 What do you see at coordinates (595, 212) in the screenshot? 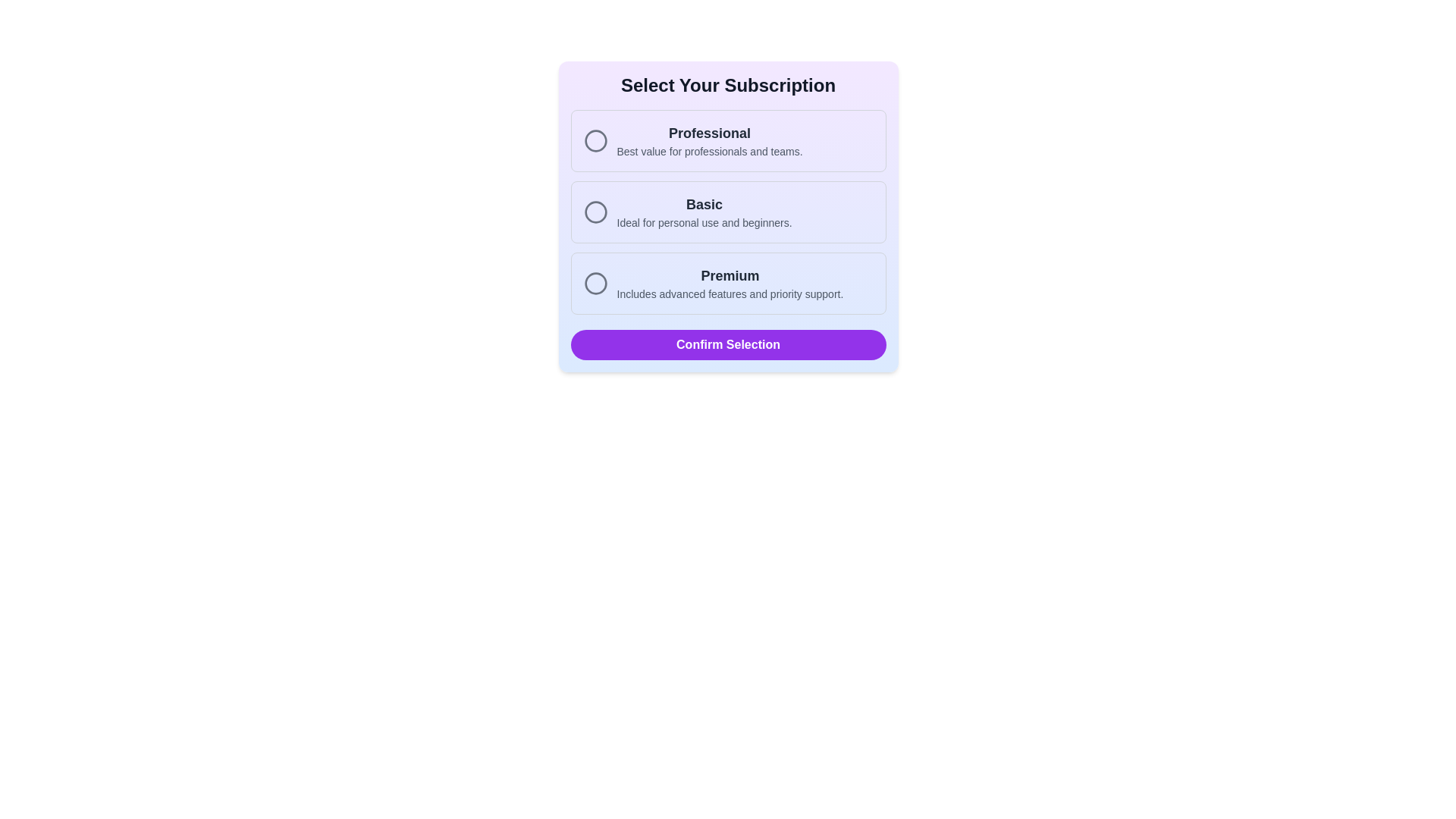
I see `the circular selectable indicator` at bounding box center [595, 212].